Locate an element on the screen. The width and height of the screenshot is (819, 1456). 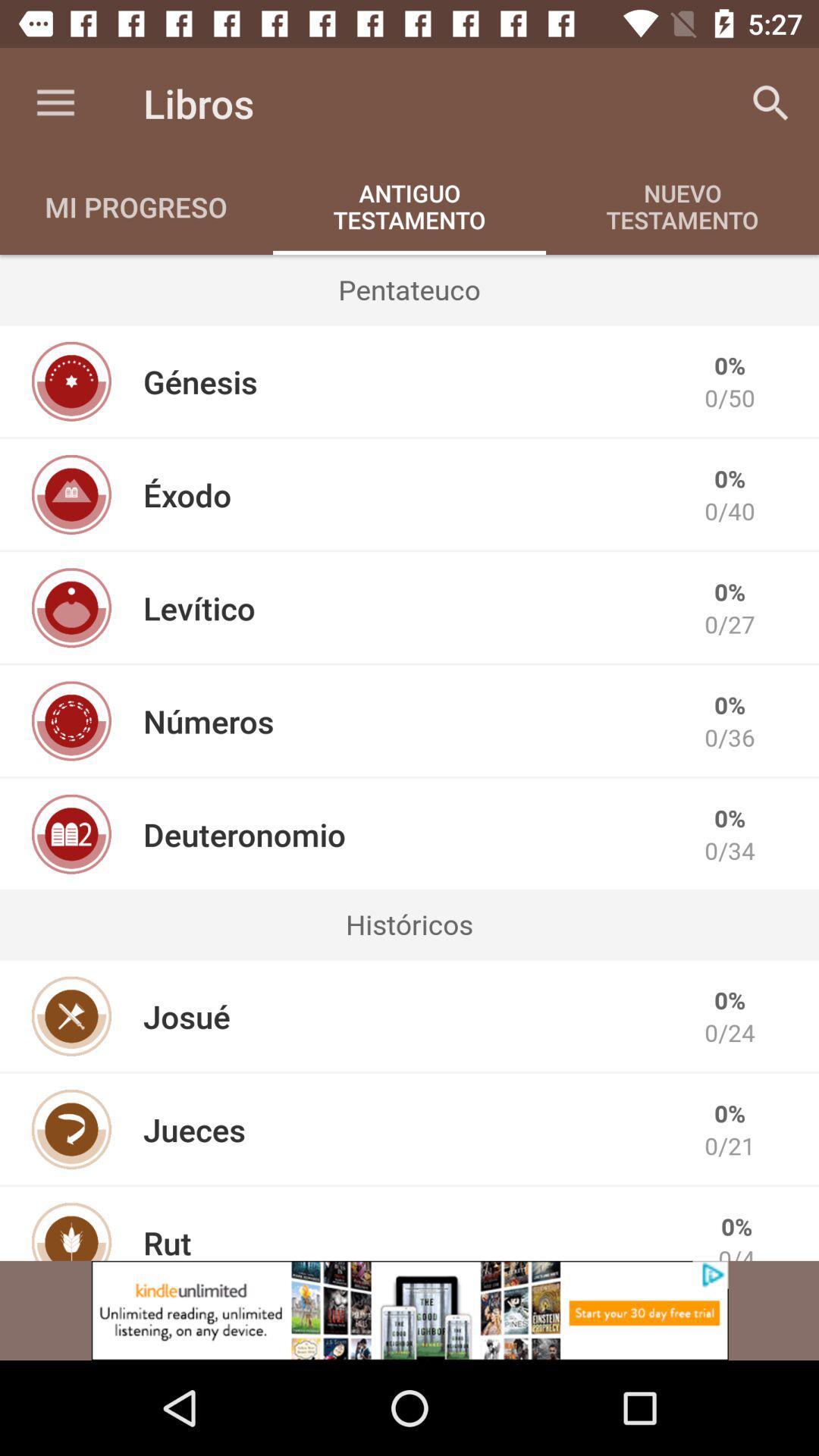
the deuteronomio is located at coordinates (243, 833).